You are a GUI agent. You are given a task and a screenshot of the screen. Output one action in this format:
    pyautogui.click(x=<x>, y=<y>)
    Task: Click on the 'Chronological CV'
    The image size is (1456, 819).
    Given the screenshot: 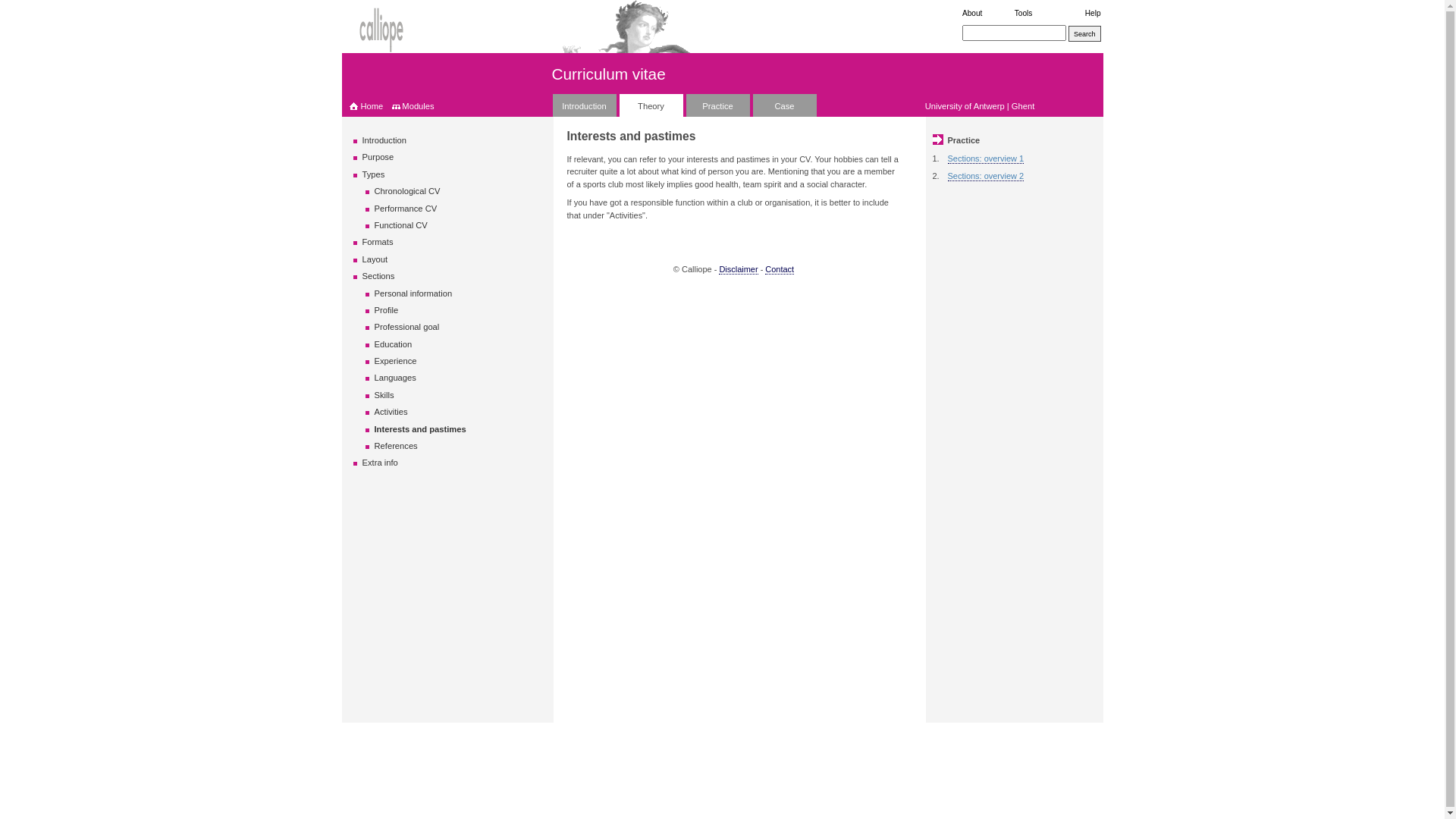 What is the action you would take?
    pyautogui.click(x=407, y=190)
    